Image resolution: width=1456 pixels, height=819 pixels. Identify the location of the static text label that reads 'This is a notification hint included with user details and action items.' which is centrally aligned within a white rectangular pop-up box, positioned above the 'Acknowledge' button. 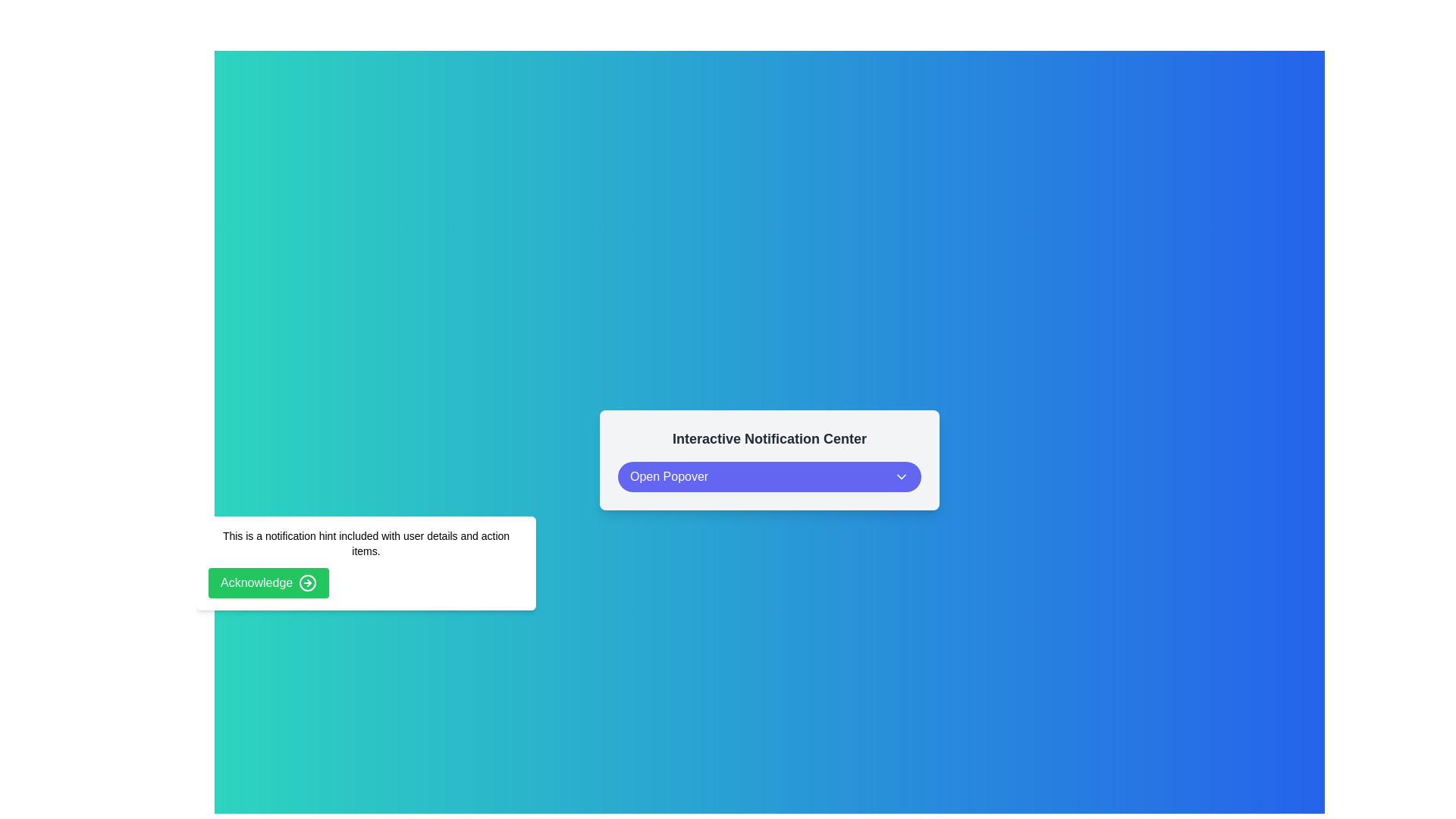
(366, 543).